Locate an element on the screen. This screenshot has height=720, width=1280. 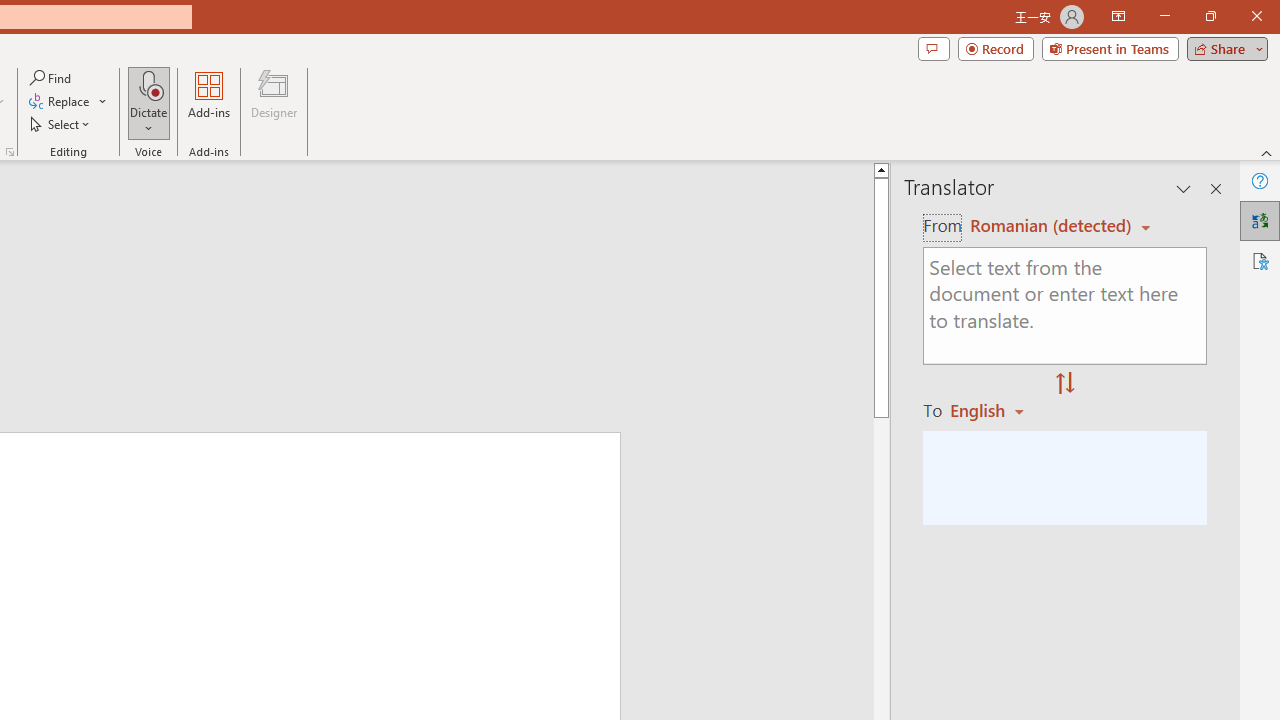
'Replace...' is located at coordinates (60, 101).